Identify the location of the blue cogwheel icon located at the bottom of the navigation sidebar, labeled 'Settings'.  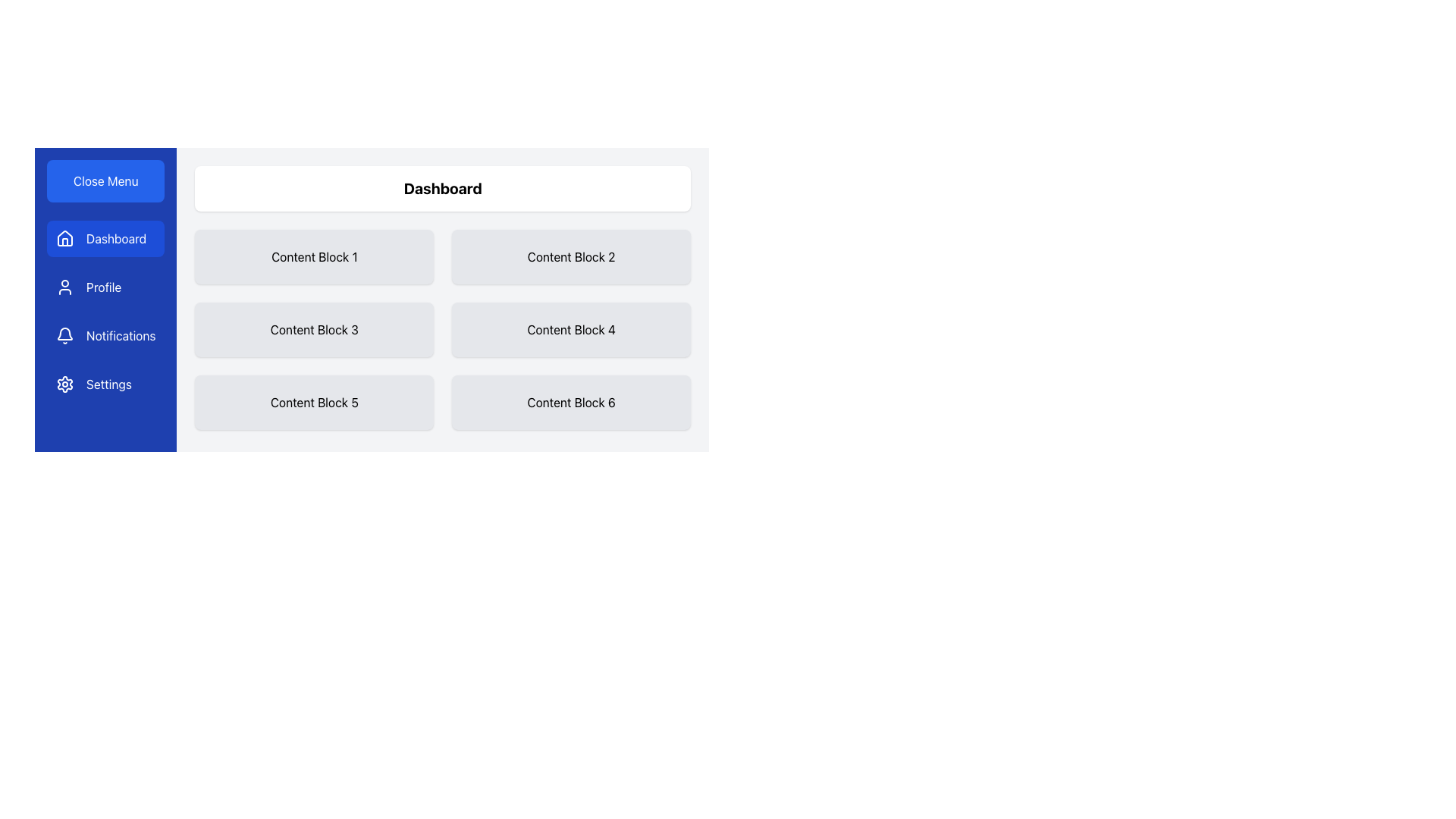
(64, 383).